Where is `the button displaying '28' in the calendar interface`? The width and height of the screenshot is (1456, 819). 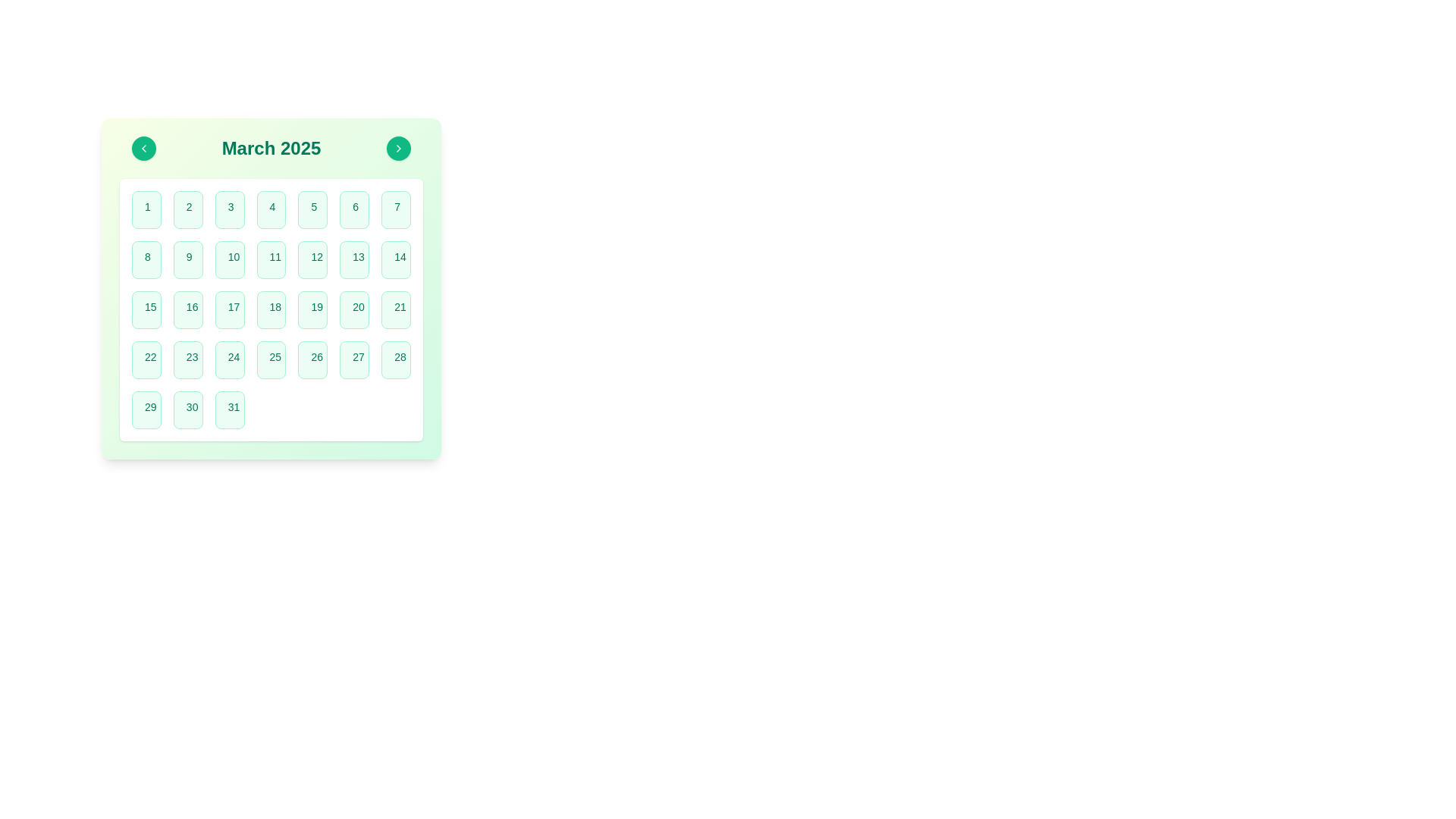 the button displaying '28' in the calendar interface is located at coordinates (396, 359).